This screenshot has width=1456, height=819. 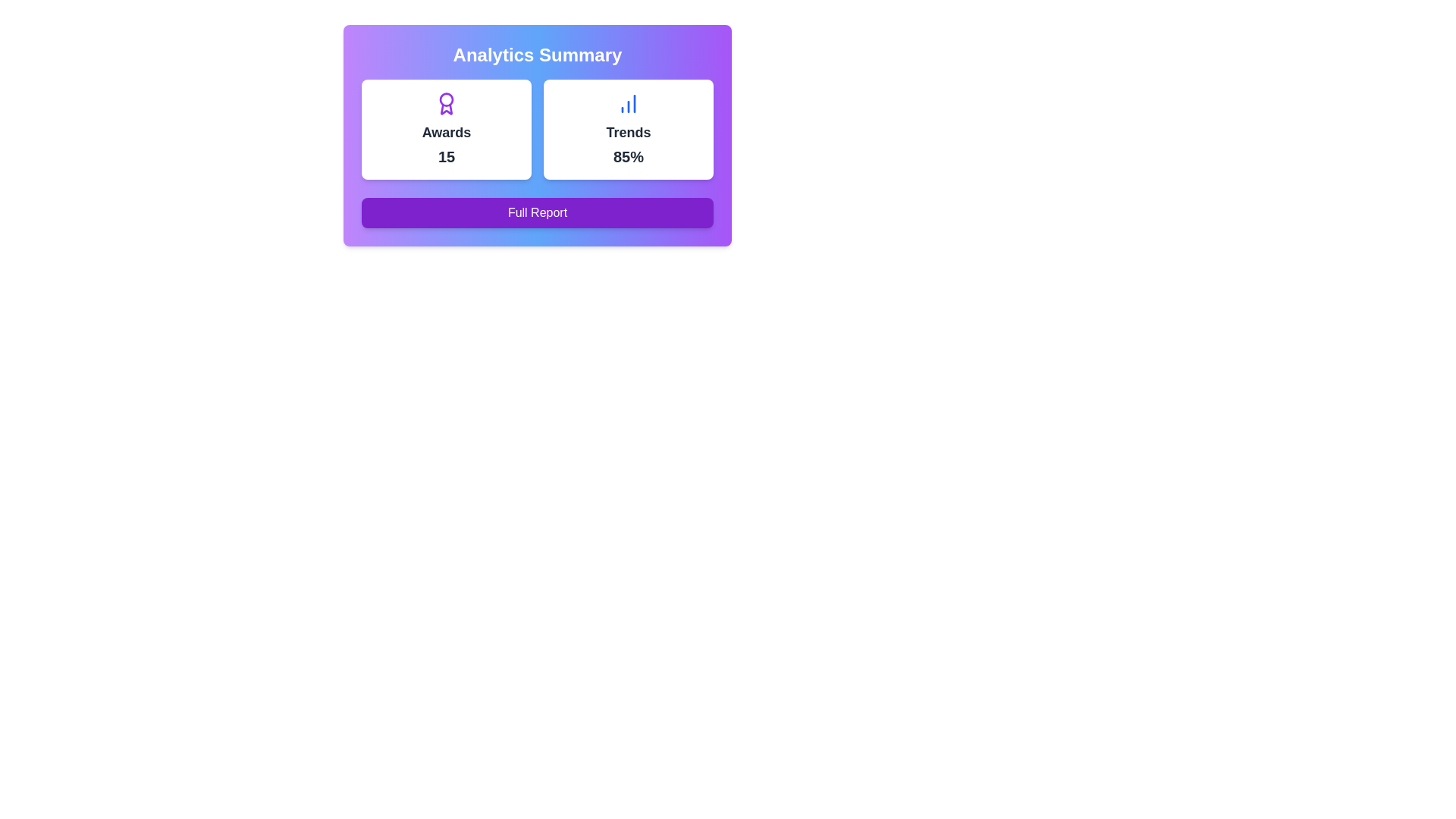 What do you see at coordinates (538, 213) in the screenshot?
I see `the button located at the bottom of the card` at bounding box center [538, 213].